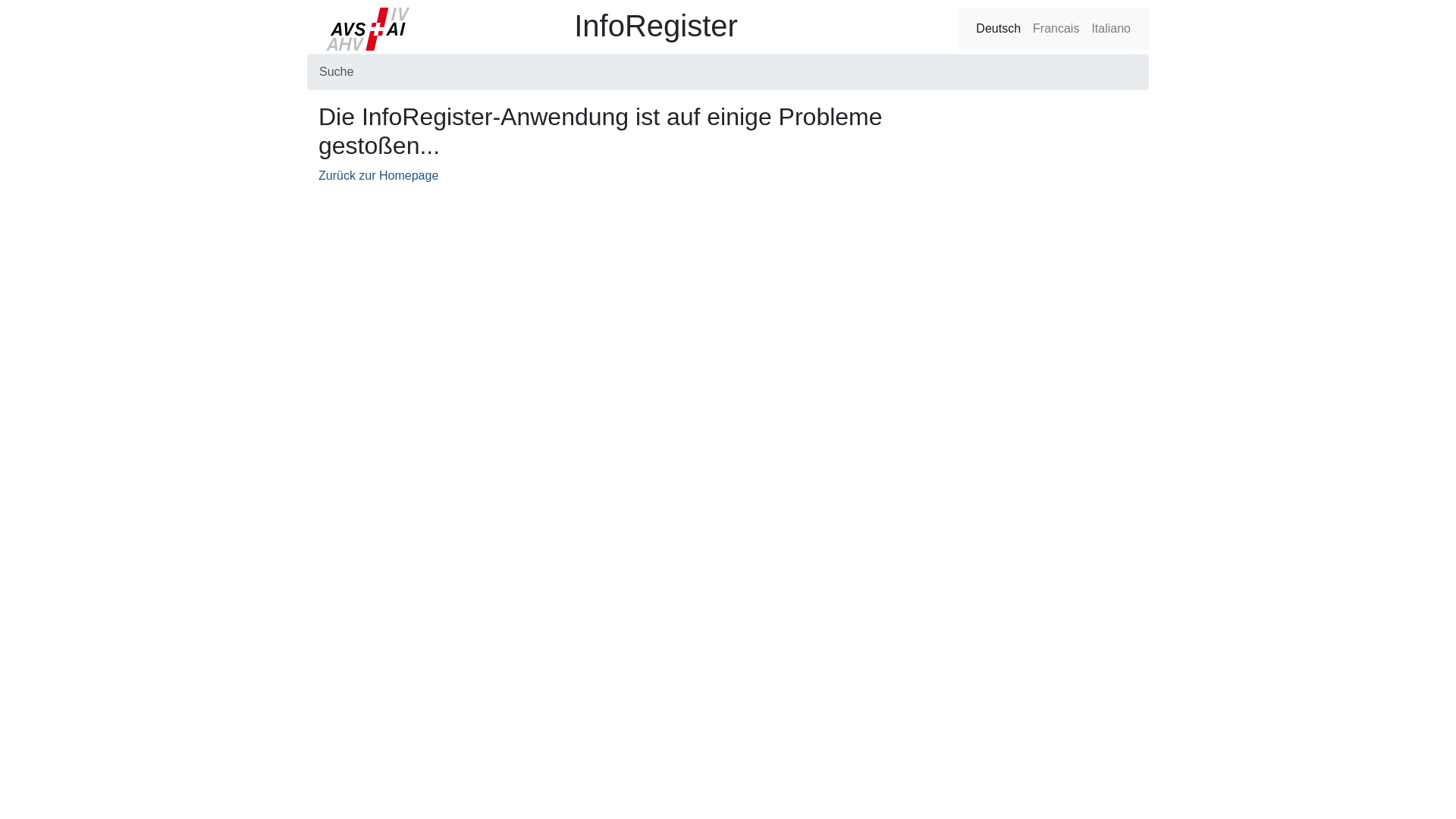 This screenshot has width=1456, height=819. Describe the element at coordinates (998, 29) in the screenshot. I see `'Deutsch'` at that location.